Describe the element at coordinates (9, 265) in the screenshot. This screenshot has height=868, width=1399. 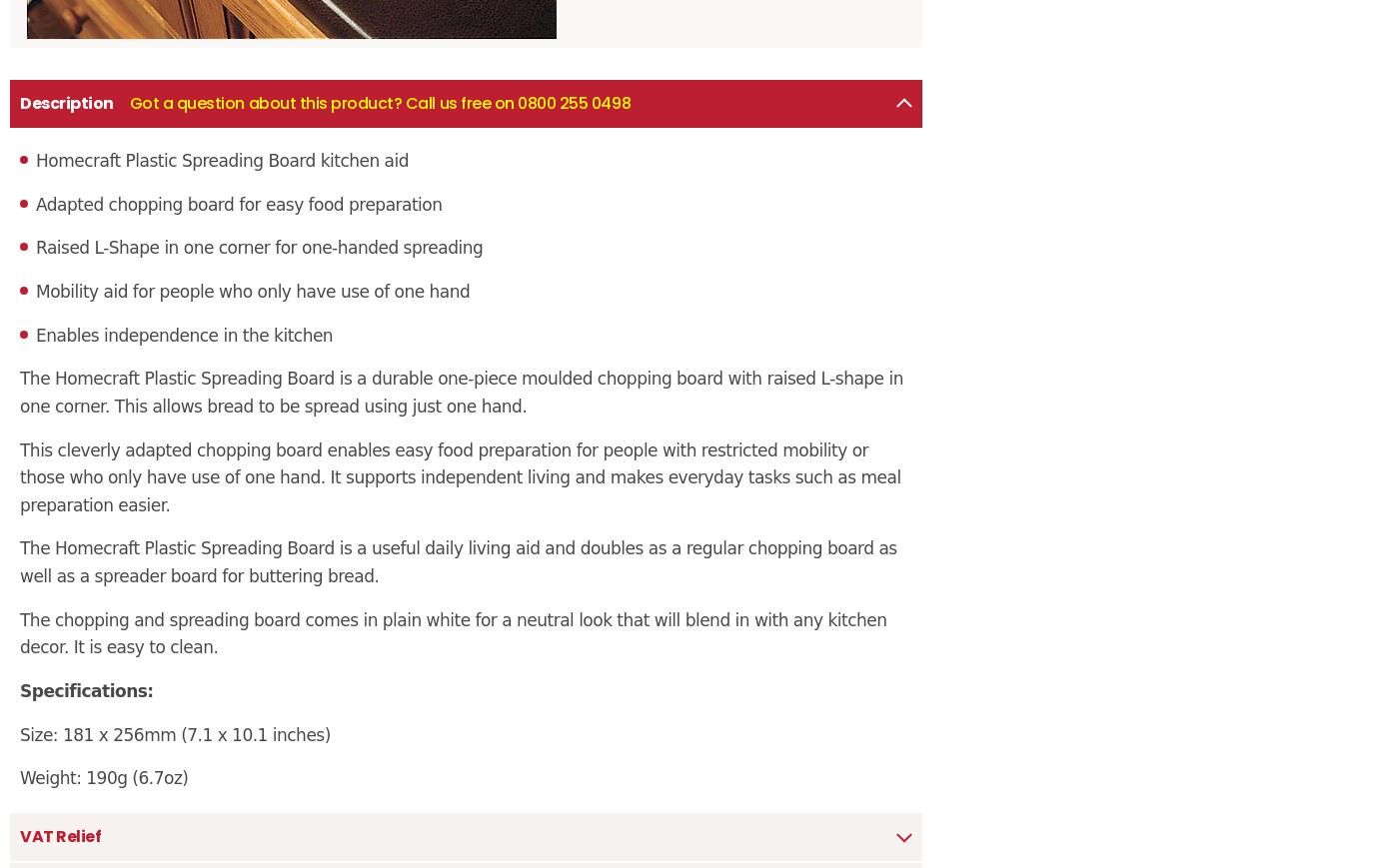
I see `'VAT exemption'` at that location.